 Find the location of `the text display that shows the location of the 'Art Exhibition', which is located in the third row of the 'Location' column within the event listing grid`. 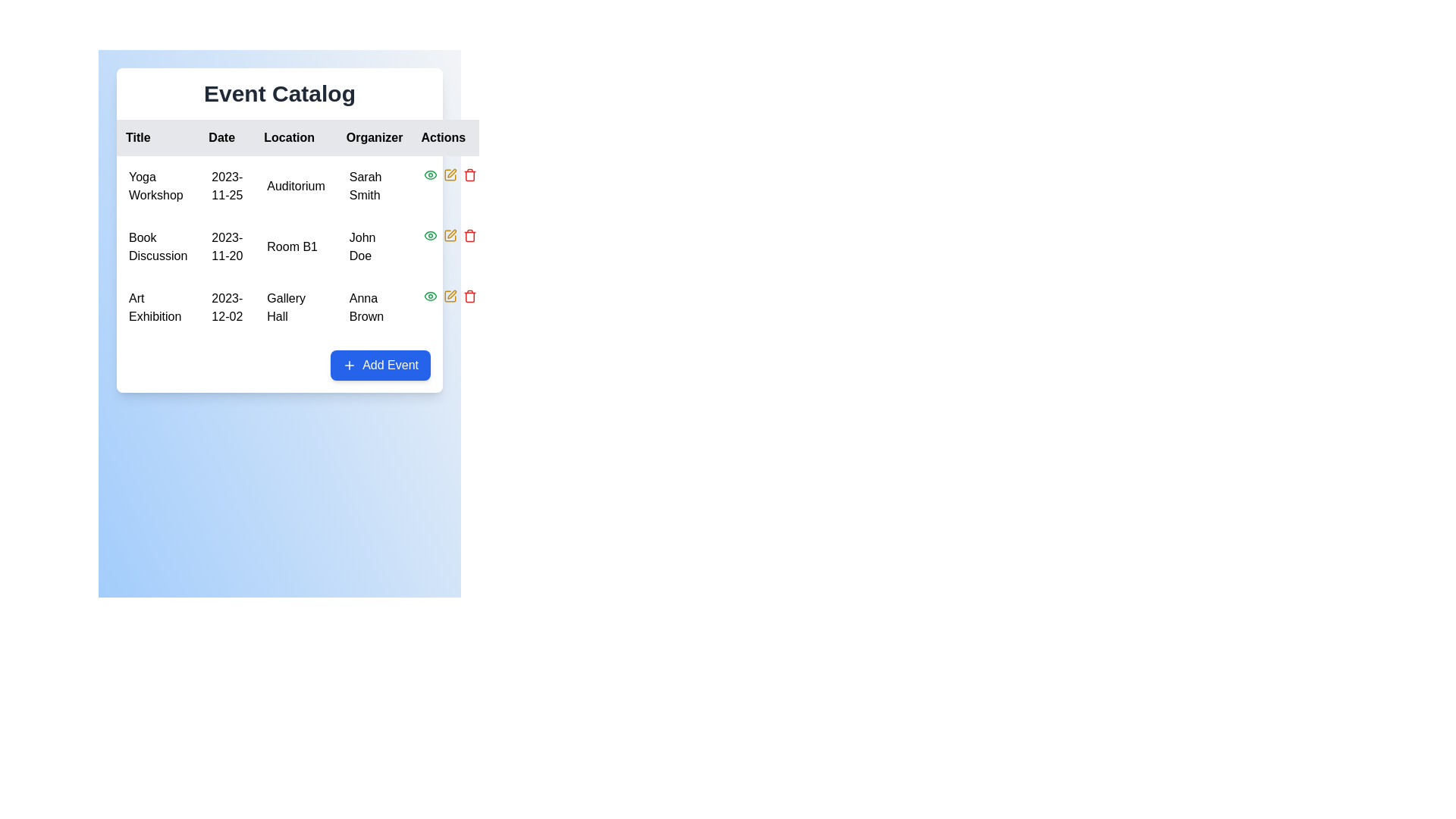

the text display that shows the location of the 'Art Exhibition', which is located in the third row of the 'Location' column within the event listing grid is located at coordinates (296, 307).